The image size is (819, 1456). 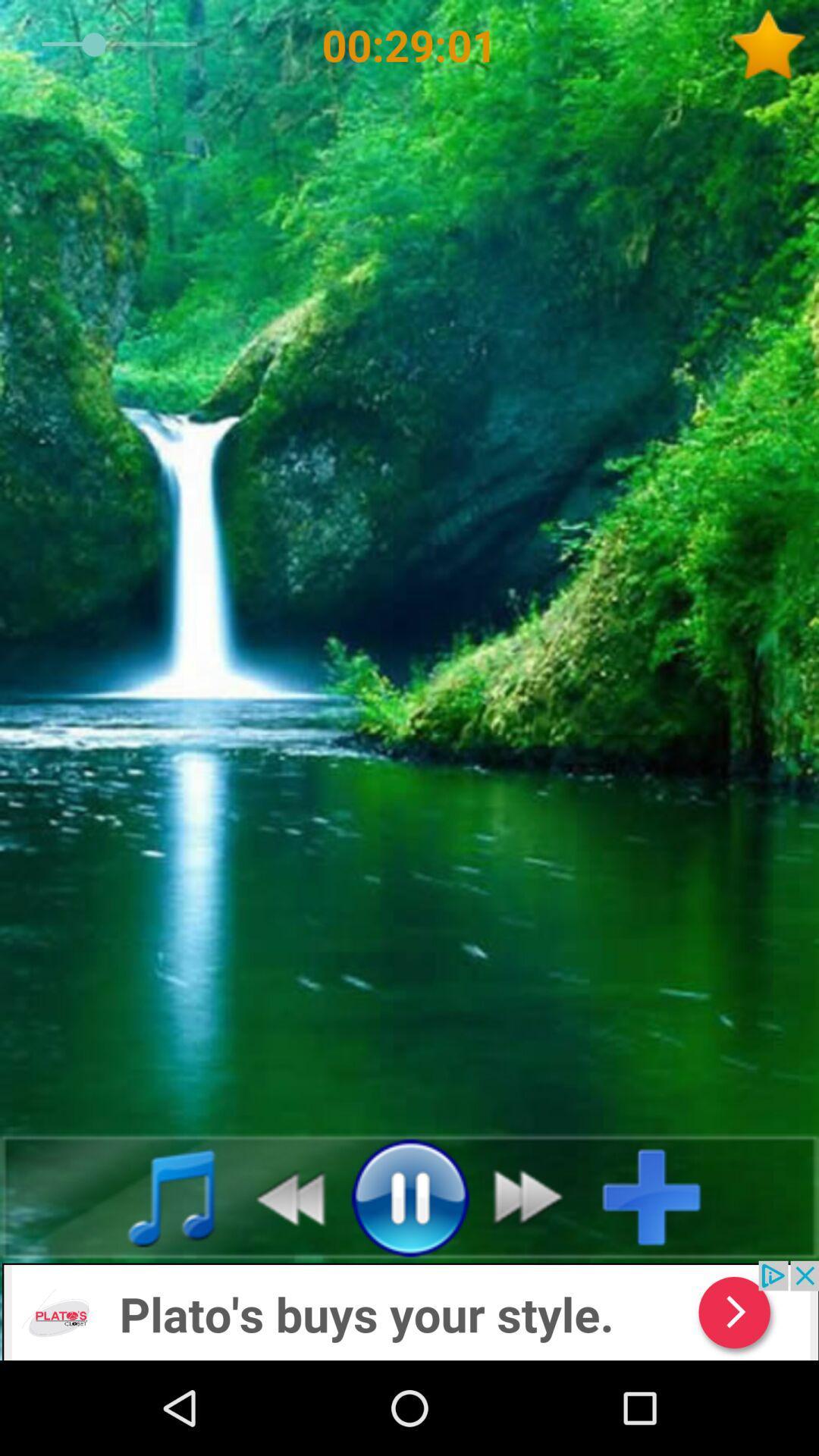 What do you see at coordinates (773, 45) in the screenshot?
I see `the star icon` at bounding box center [773, 45].